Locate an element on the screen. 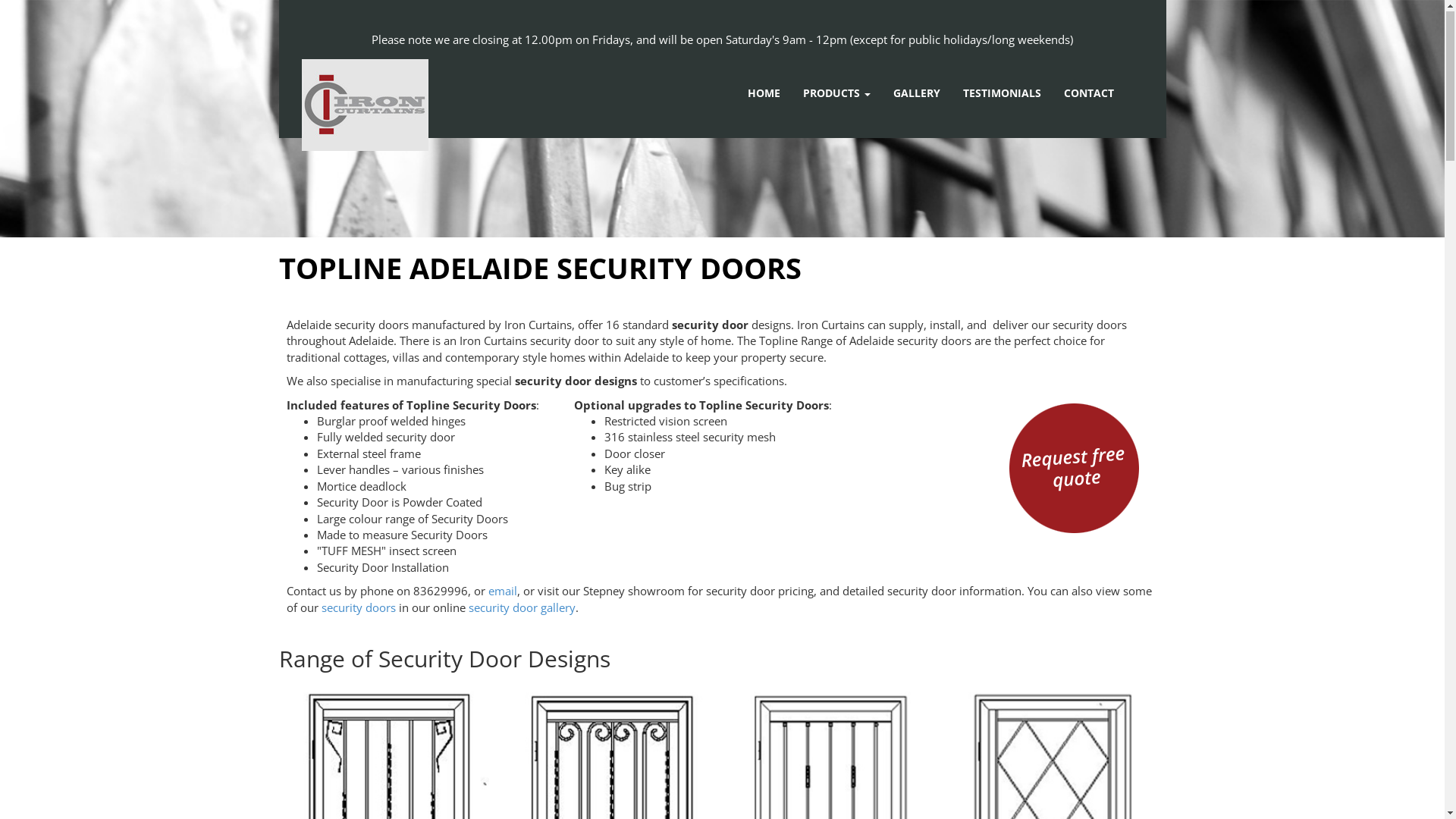 The height and width of the screenshot is (819, 1456). 'GALLERY' is located at coordinates (916, 93).